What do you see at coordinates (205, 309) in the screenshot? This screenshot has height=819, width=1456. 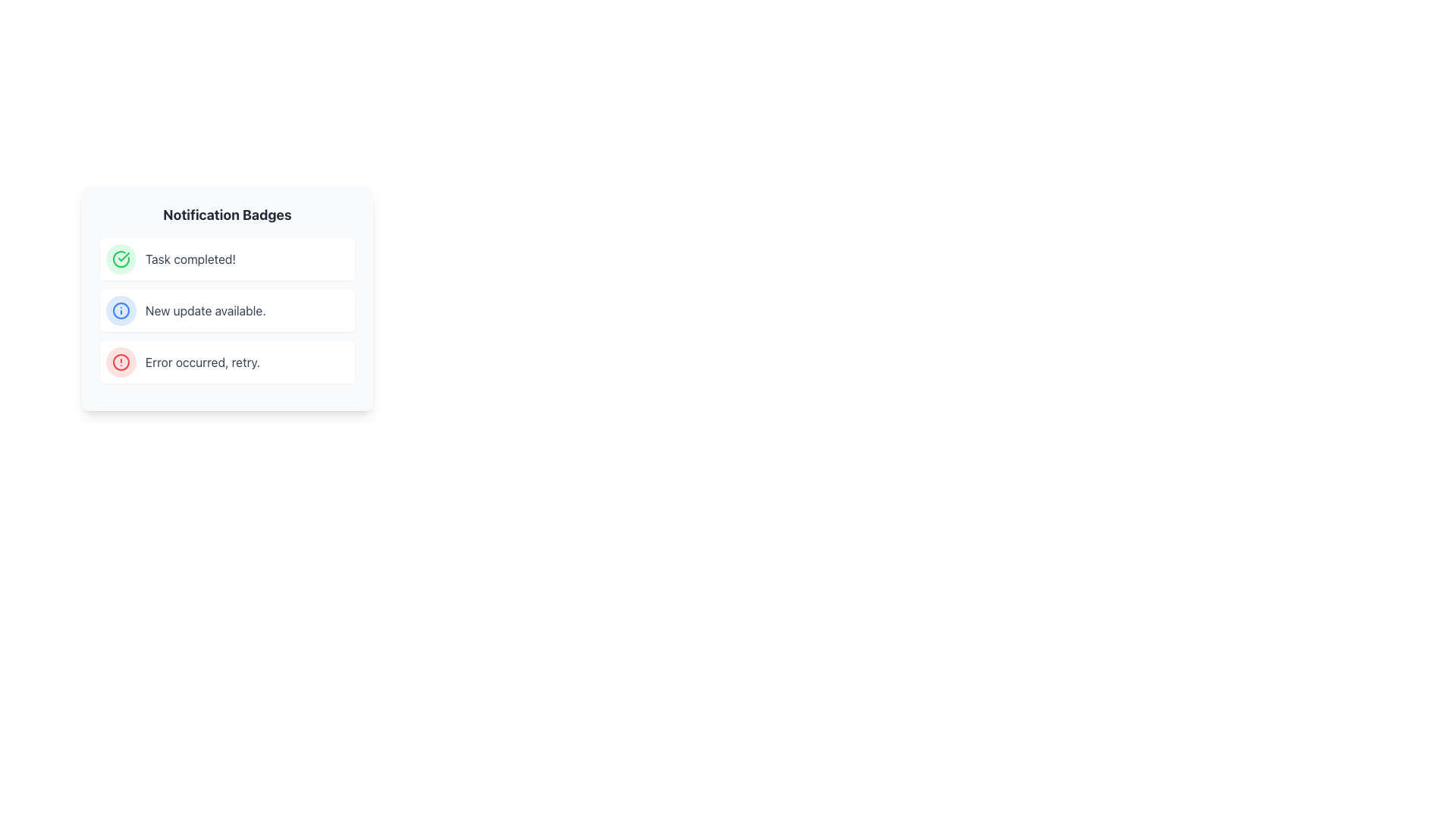 I see `information displayed in the static text label that shows 'New update available.' located in the second notification panel` at bounding box center [205, 309].